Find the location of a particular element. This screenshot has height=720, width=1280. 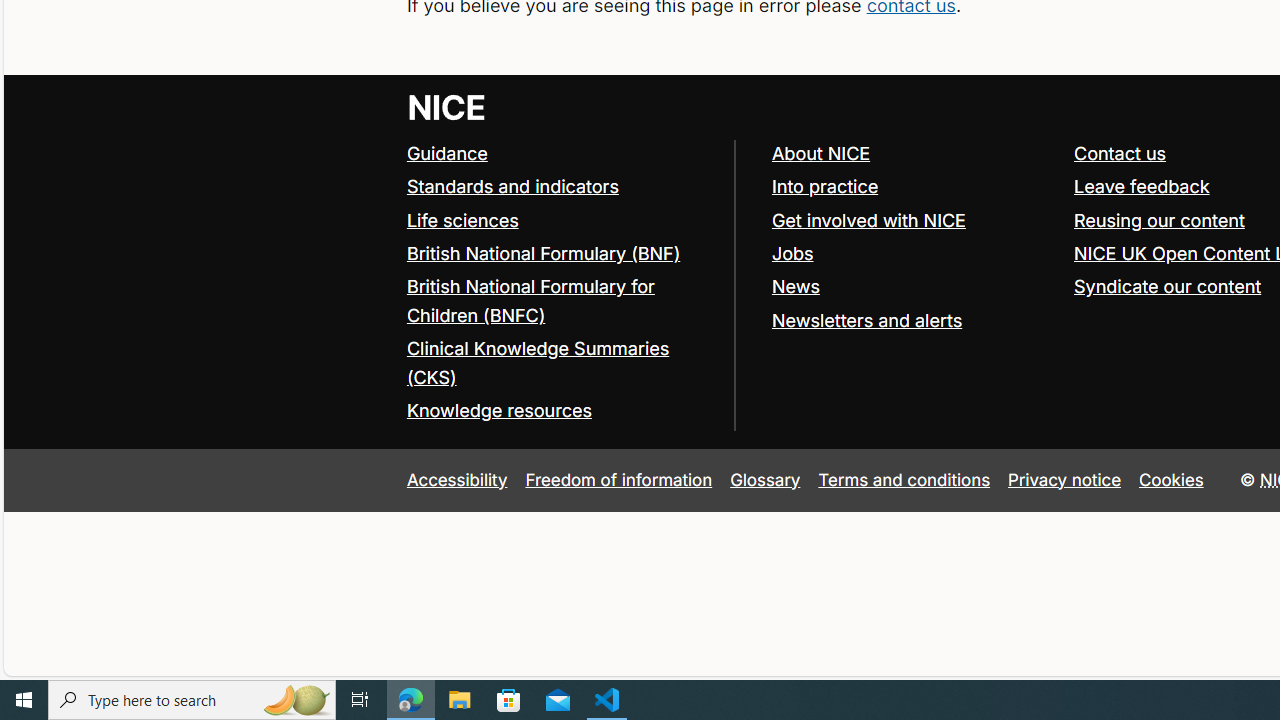

'Contact us' is located at coordinates (1120, 152).